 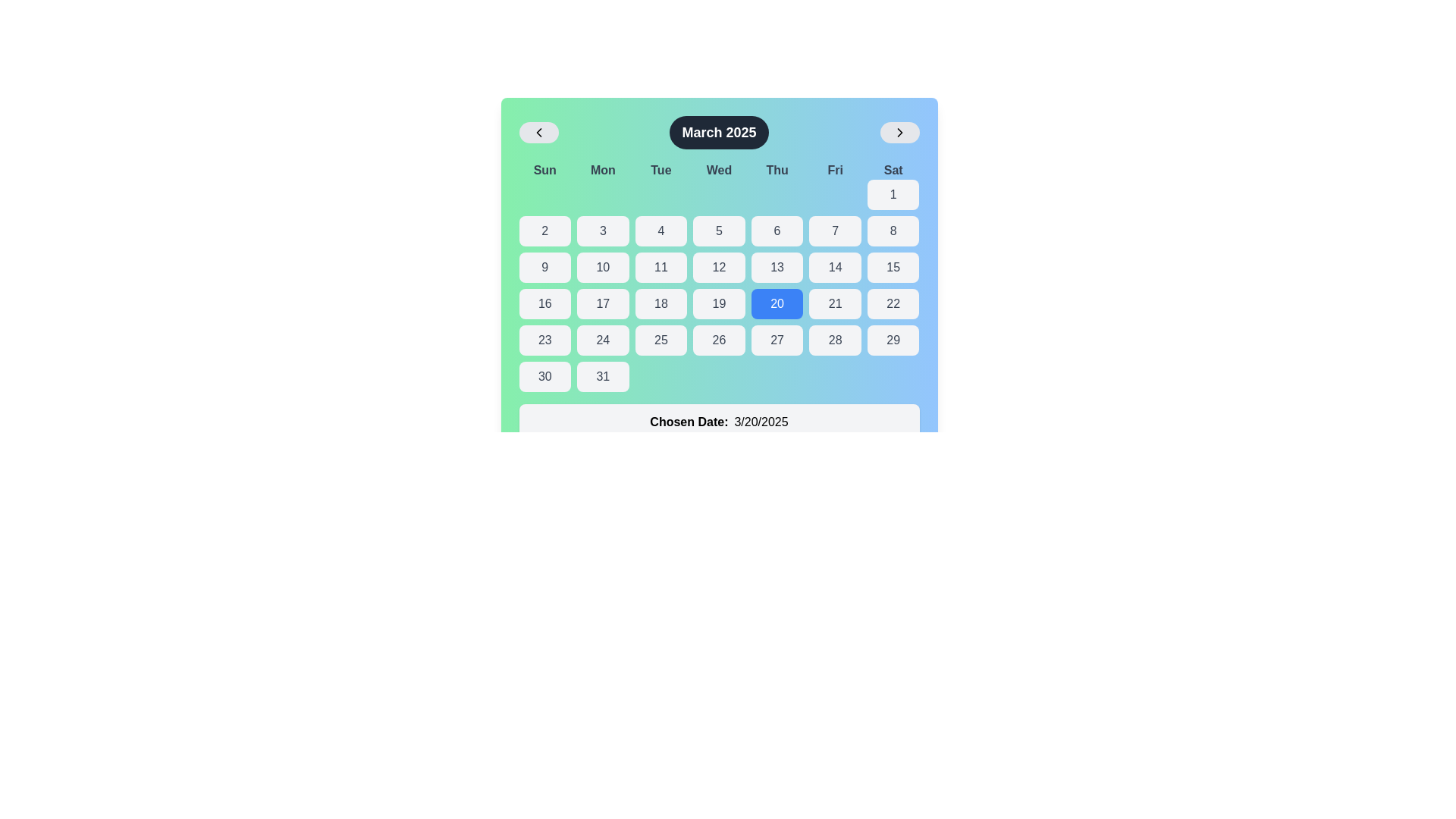 What do you see at coordinates (718, 339) in the screenshot?
I see `the date button representing '26' in the calendar interface` at bounding box center [718, 339].